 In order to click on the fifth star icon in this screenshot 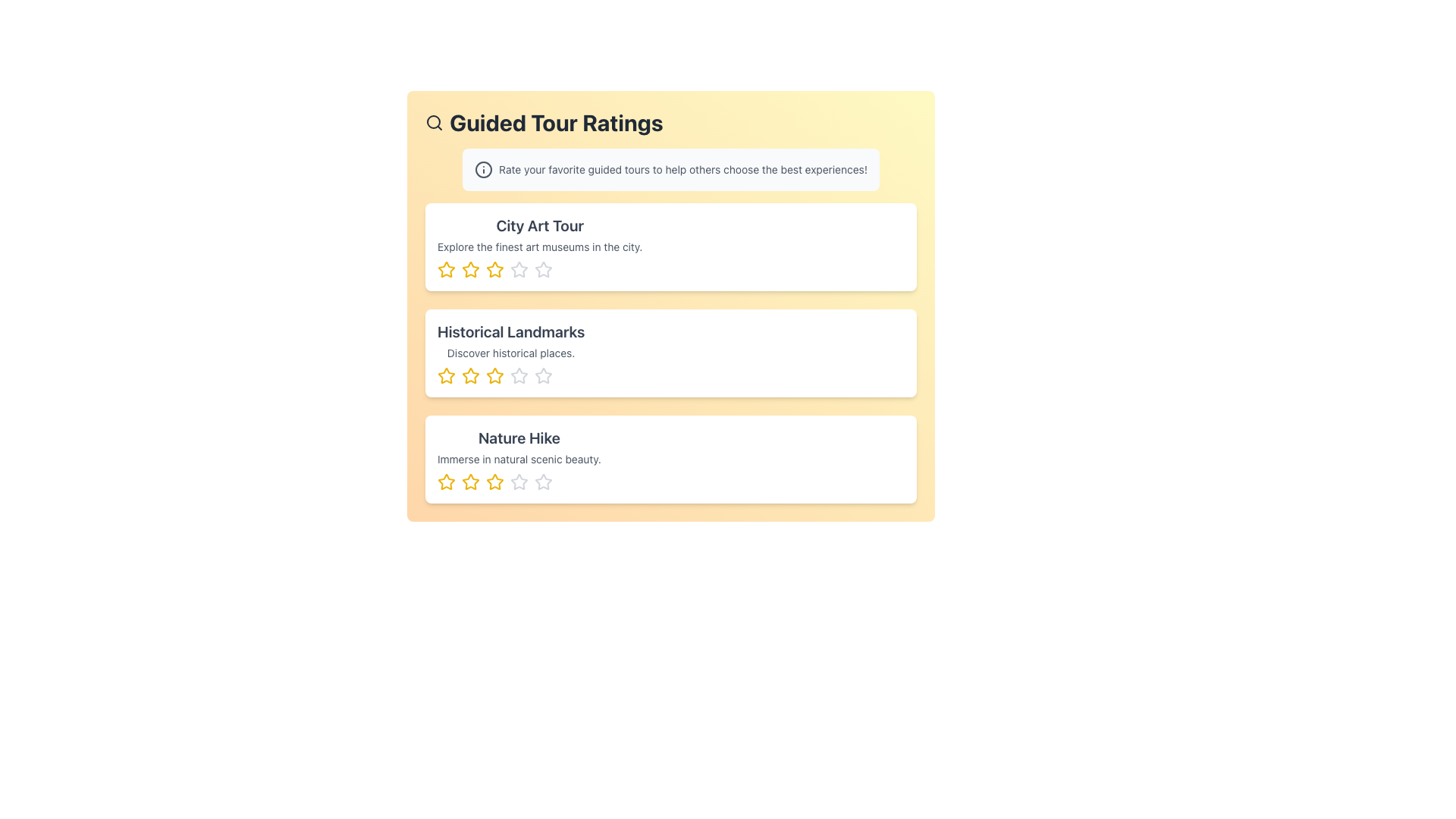, I will do `click(543, 482)`.